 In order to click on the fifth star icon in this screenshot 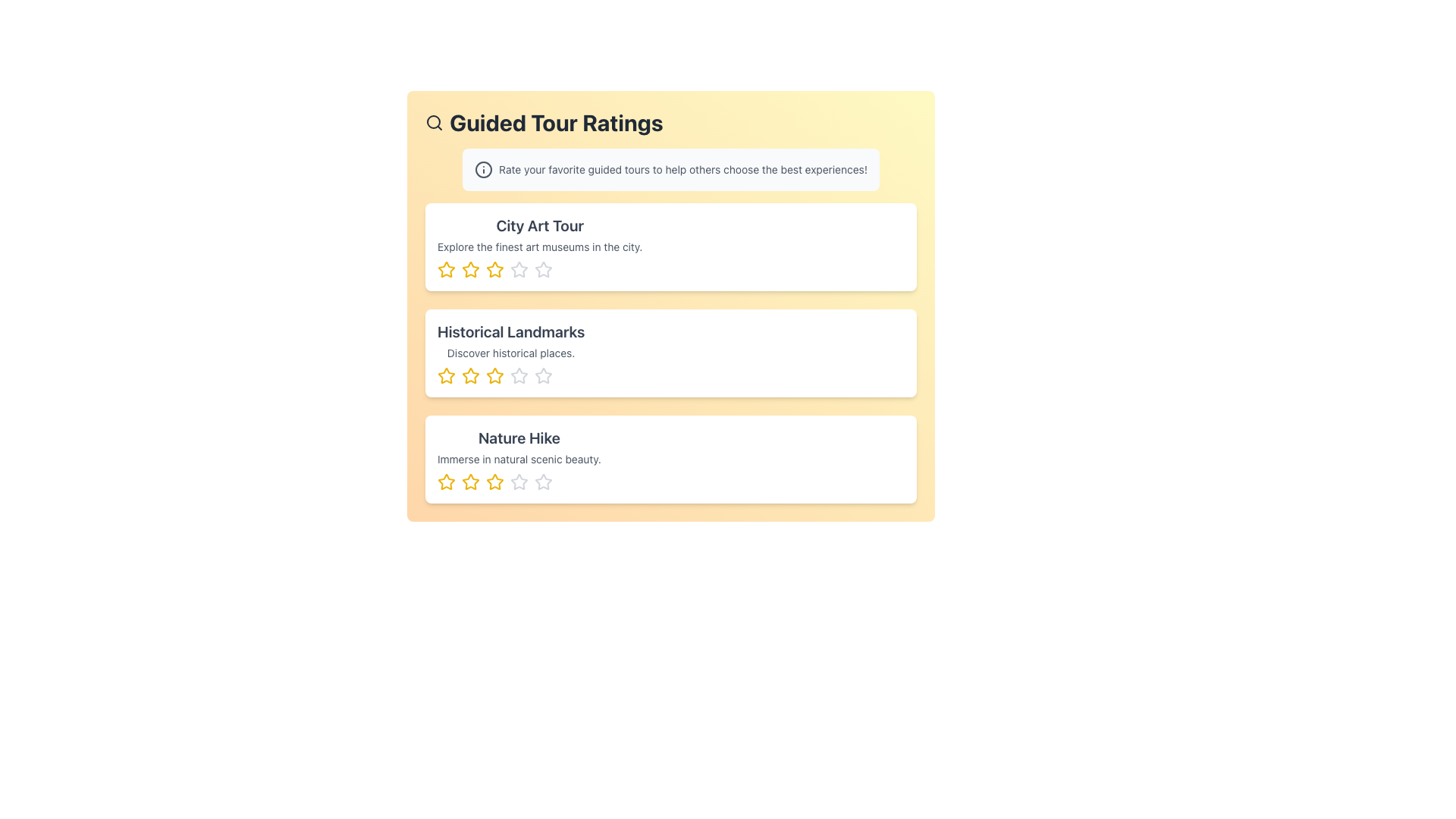, I will do `click(543, 482)`.